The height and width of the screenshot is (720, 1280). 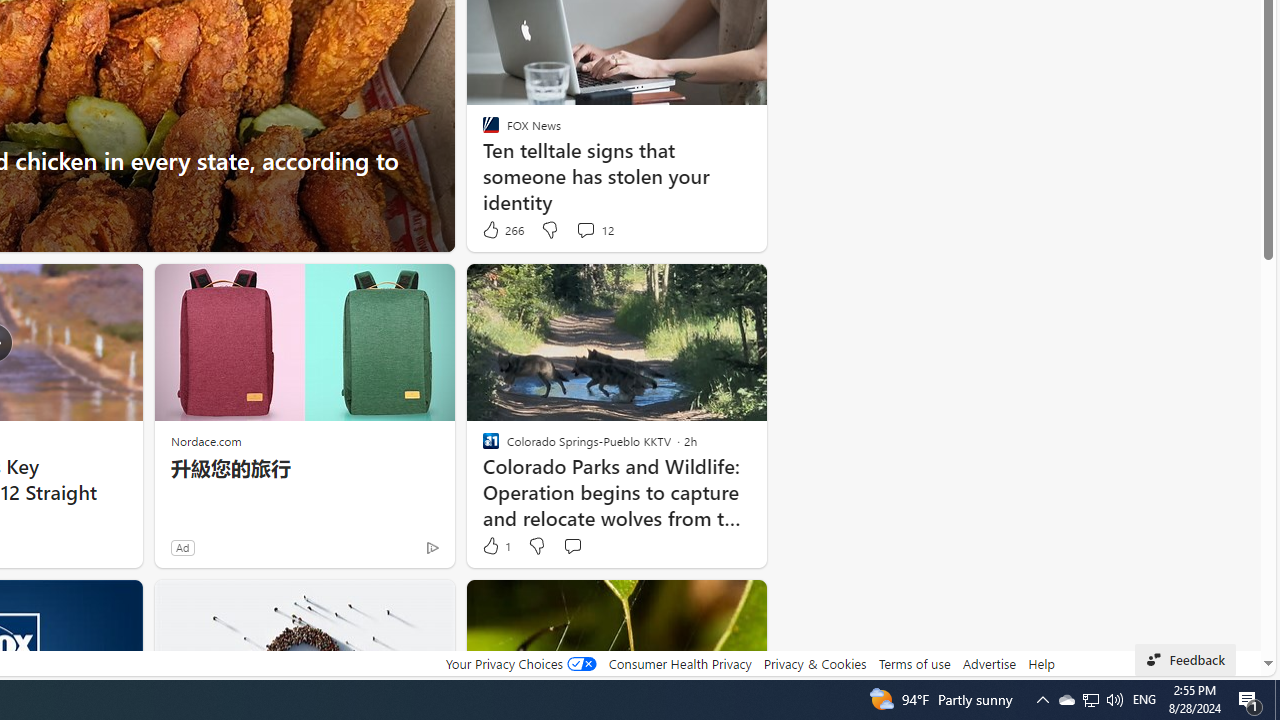 I want to click on 'Help', so click(x=1040, y=663).